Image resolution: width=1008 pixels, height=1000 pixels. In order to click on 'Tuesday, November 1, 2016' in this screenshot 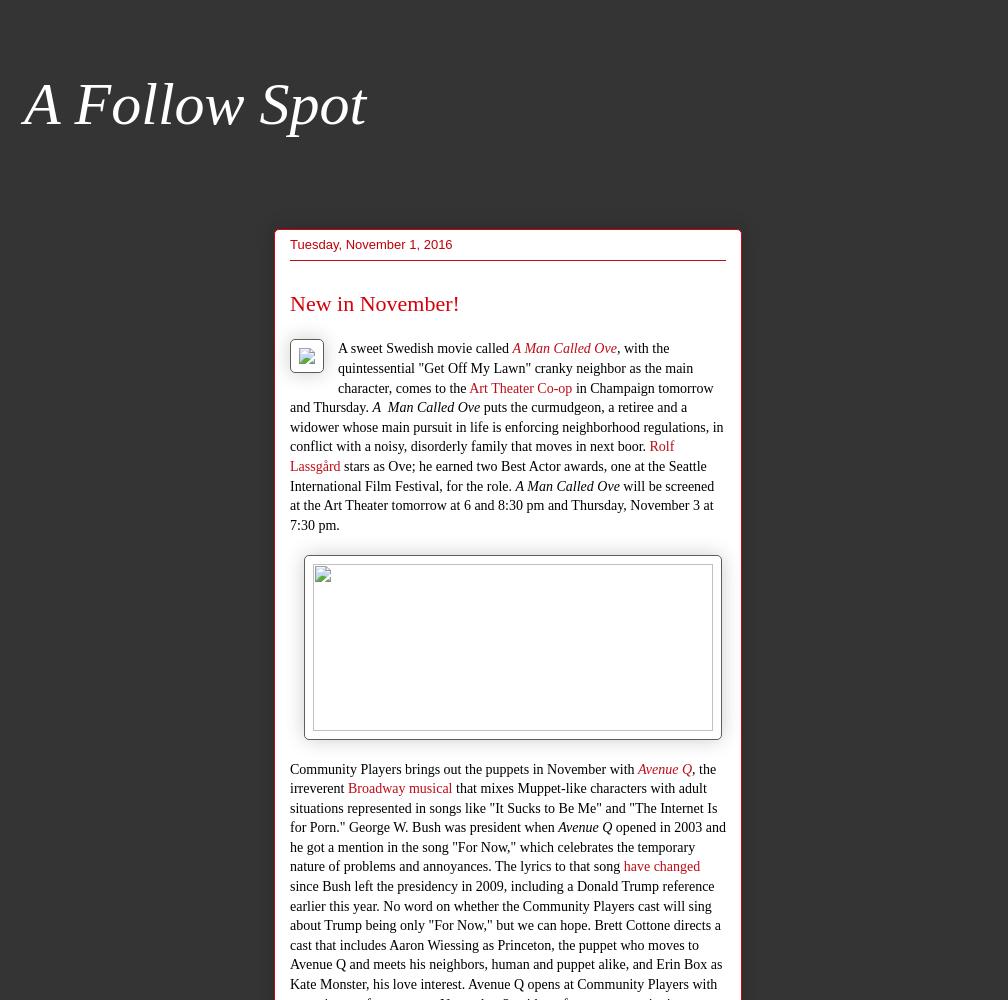, I will do `click(371, 242)`.